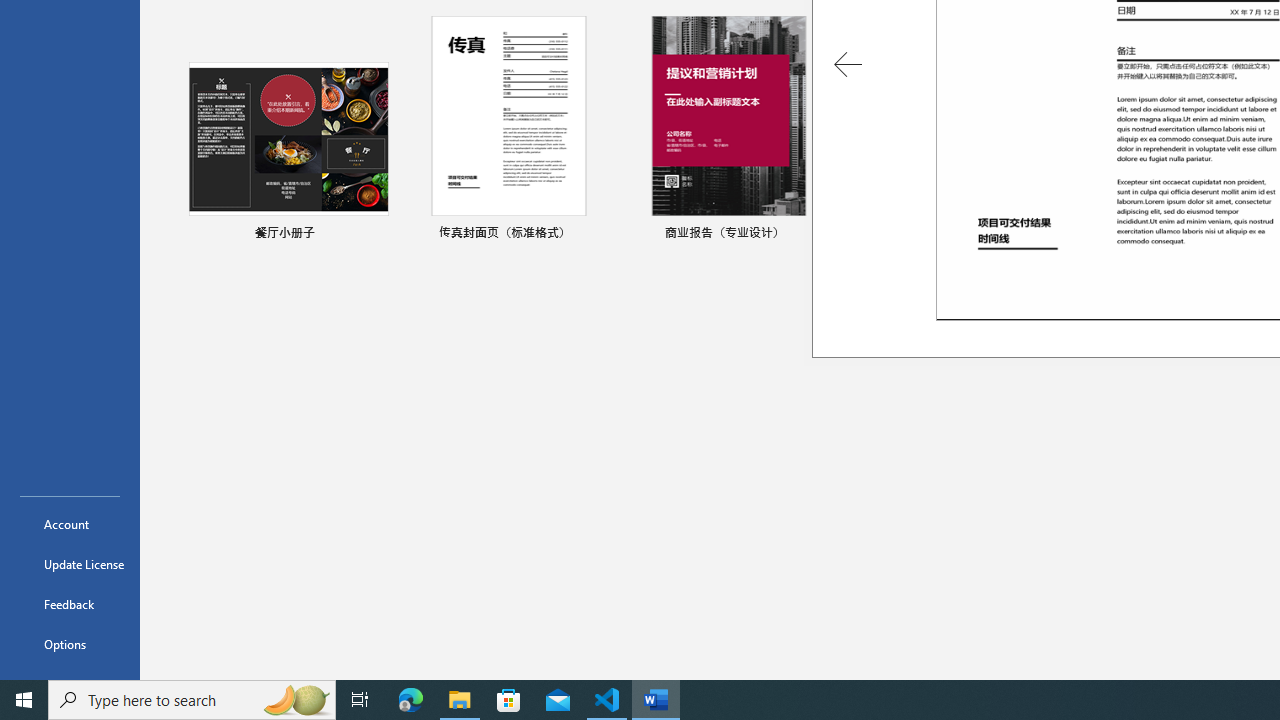 This screenshot has width=1280, height=720. I want to click on 'Feedback', so click(69, 603).